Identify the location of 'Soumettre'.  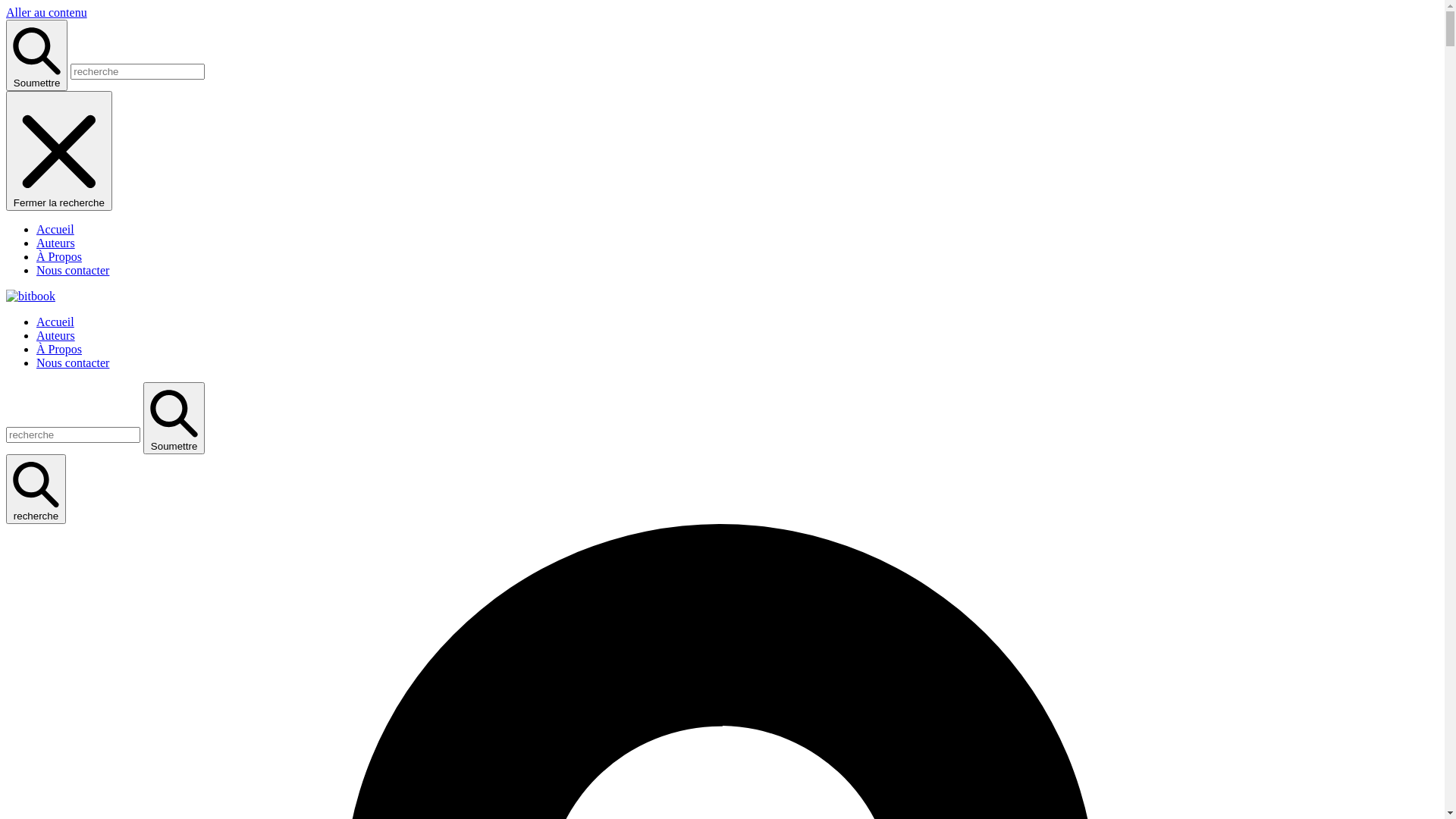
(143, 418).